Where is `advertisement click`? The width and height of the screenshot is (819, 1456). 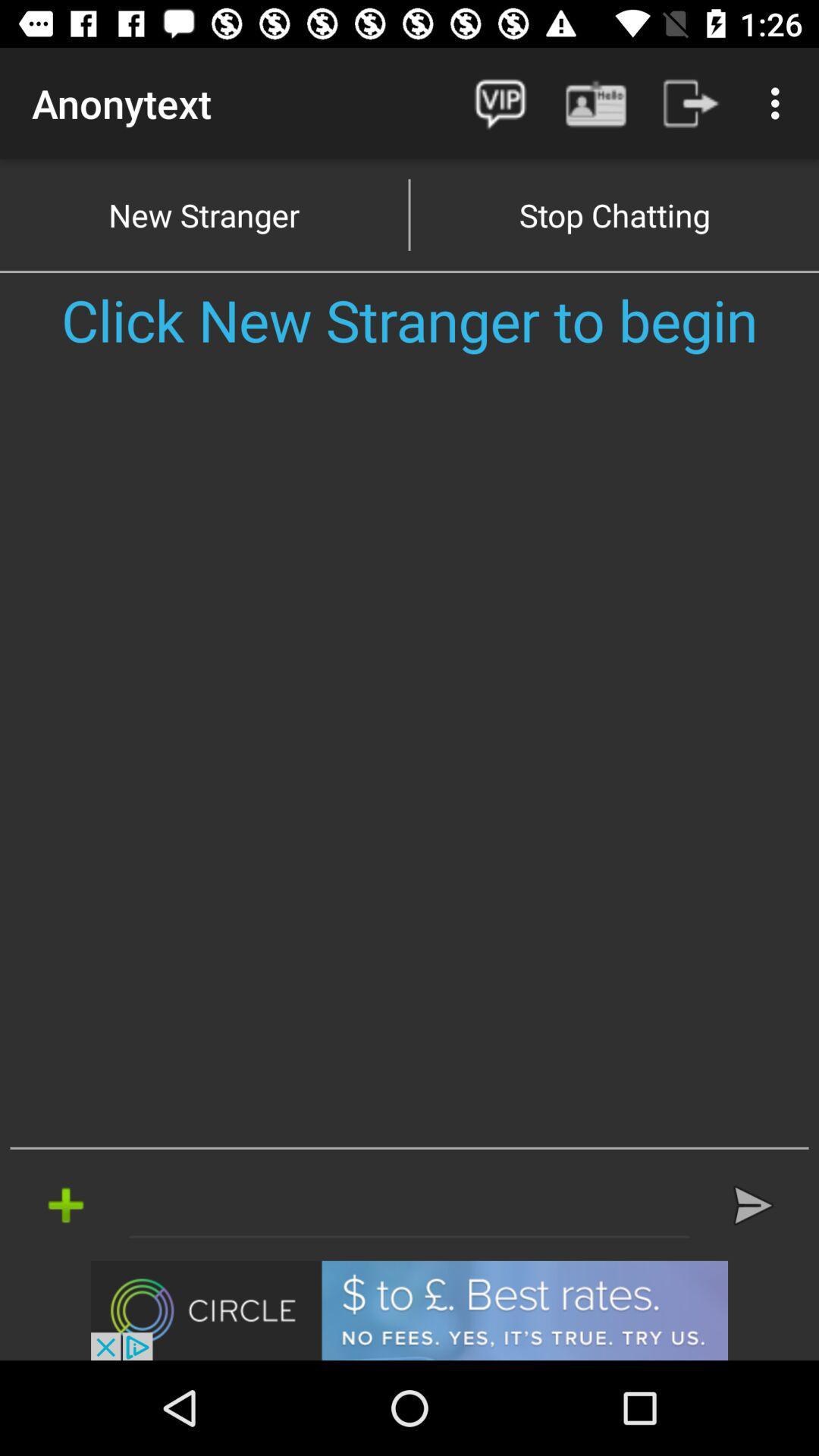
advertisement click is located at coordinates (409, 1310).